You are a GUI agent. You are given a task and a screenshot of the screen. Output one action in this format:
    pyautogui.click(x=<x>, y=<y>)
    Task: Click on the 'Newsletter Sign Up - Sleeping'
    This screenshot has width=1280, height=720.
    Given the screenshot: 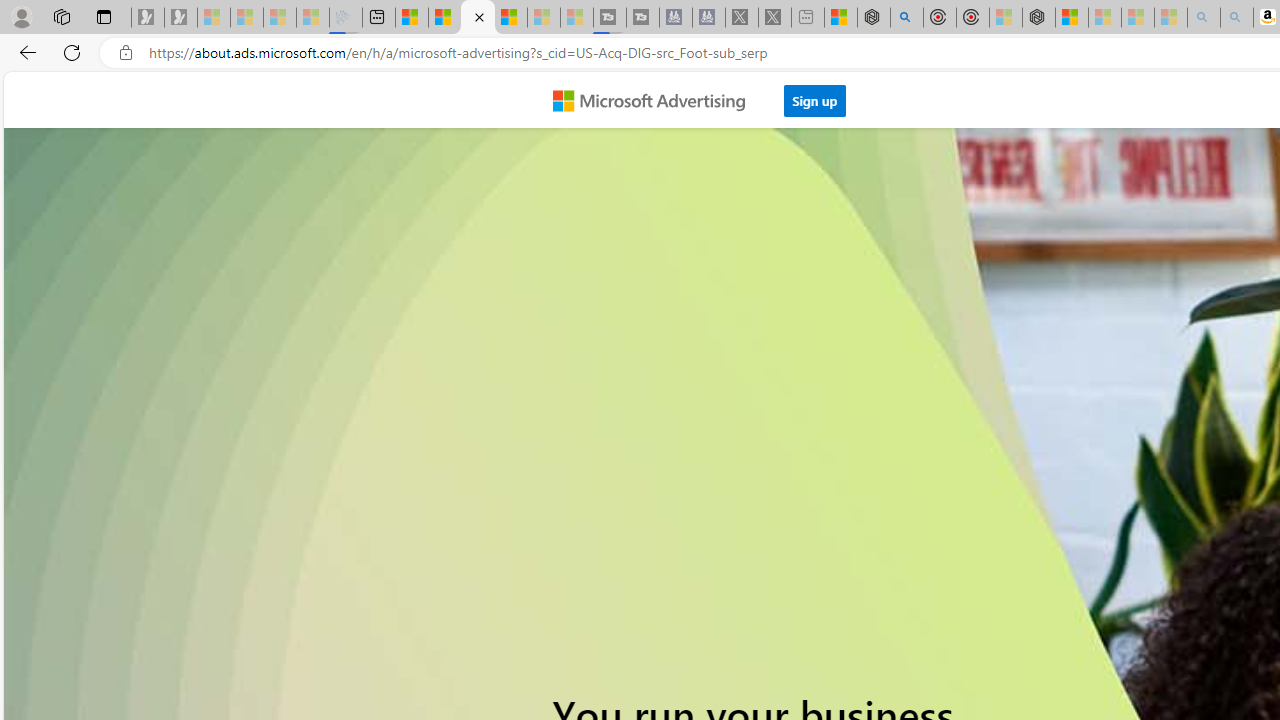 What is the action you would take?
    pyautogui.click(x=181, y=17)
    